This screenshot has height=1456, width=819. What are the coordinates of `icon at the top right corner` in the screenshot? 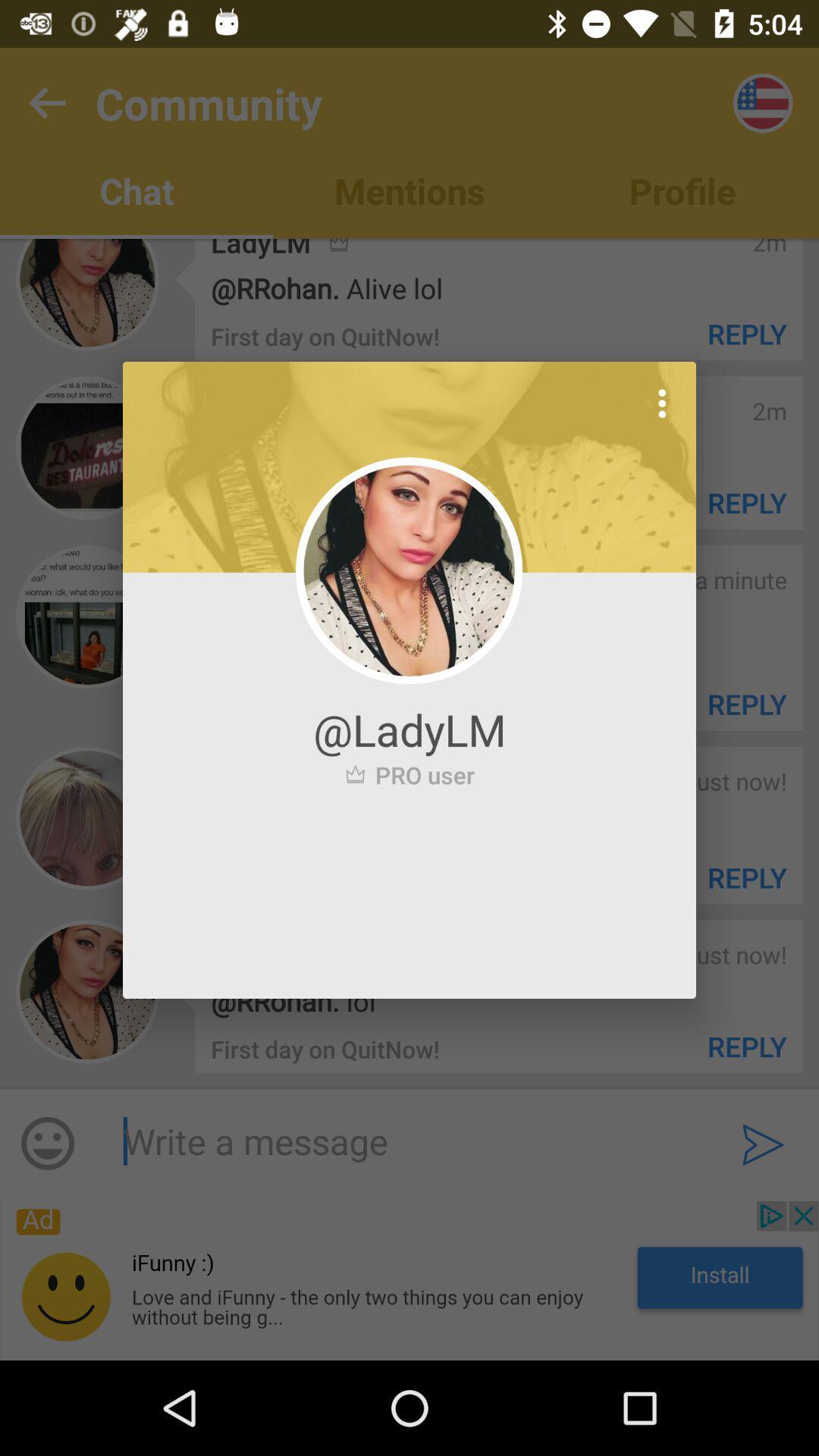 It's located at (661, 403).